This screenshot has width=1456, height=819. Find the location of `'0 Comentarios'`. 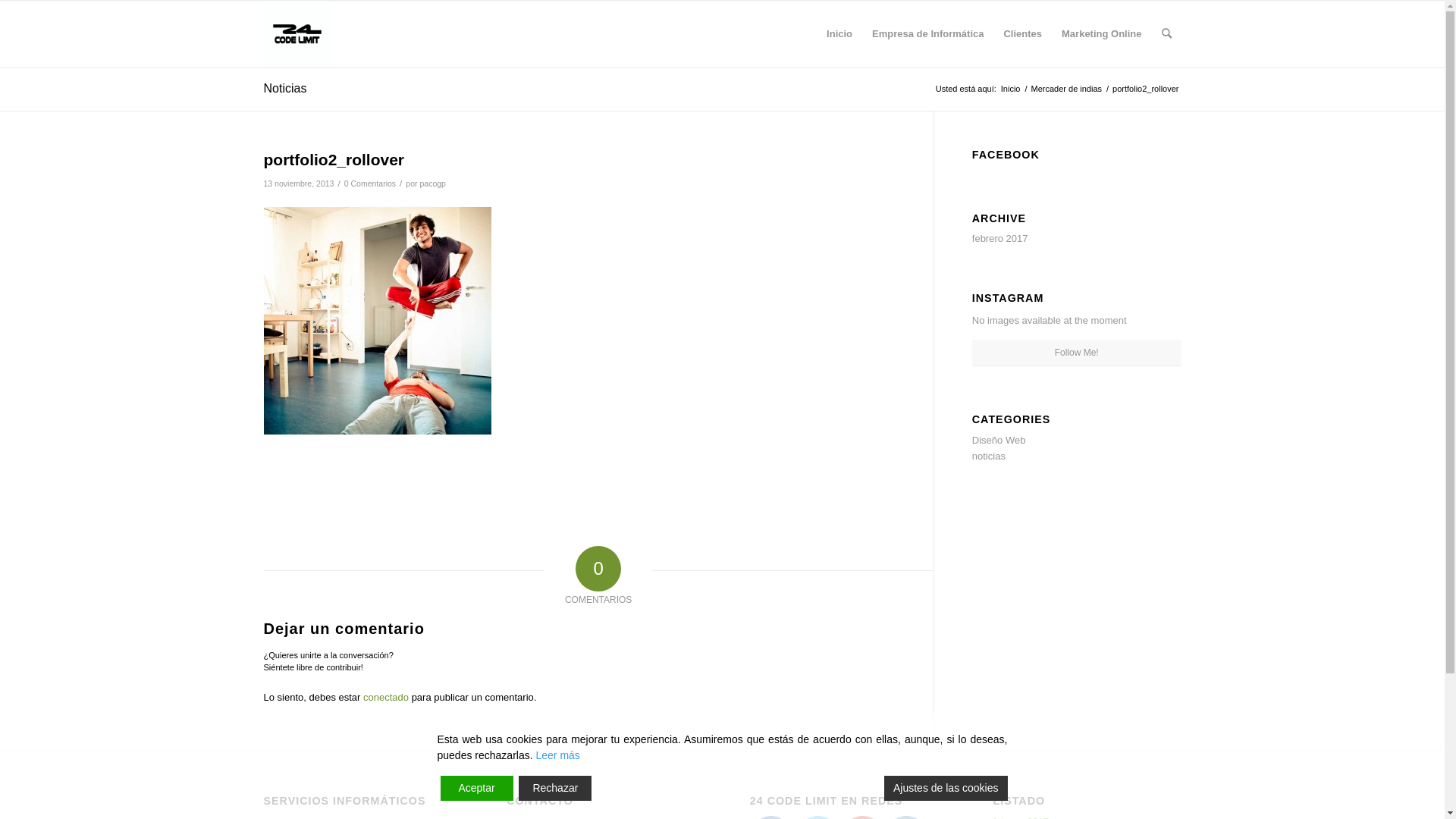

'0 Comentarios' is located at coordinates (370, 183).